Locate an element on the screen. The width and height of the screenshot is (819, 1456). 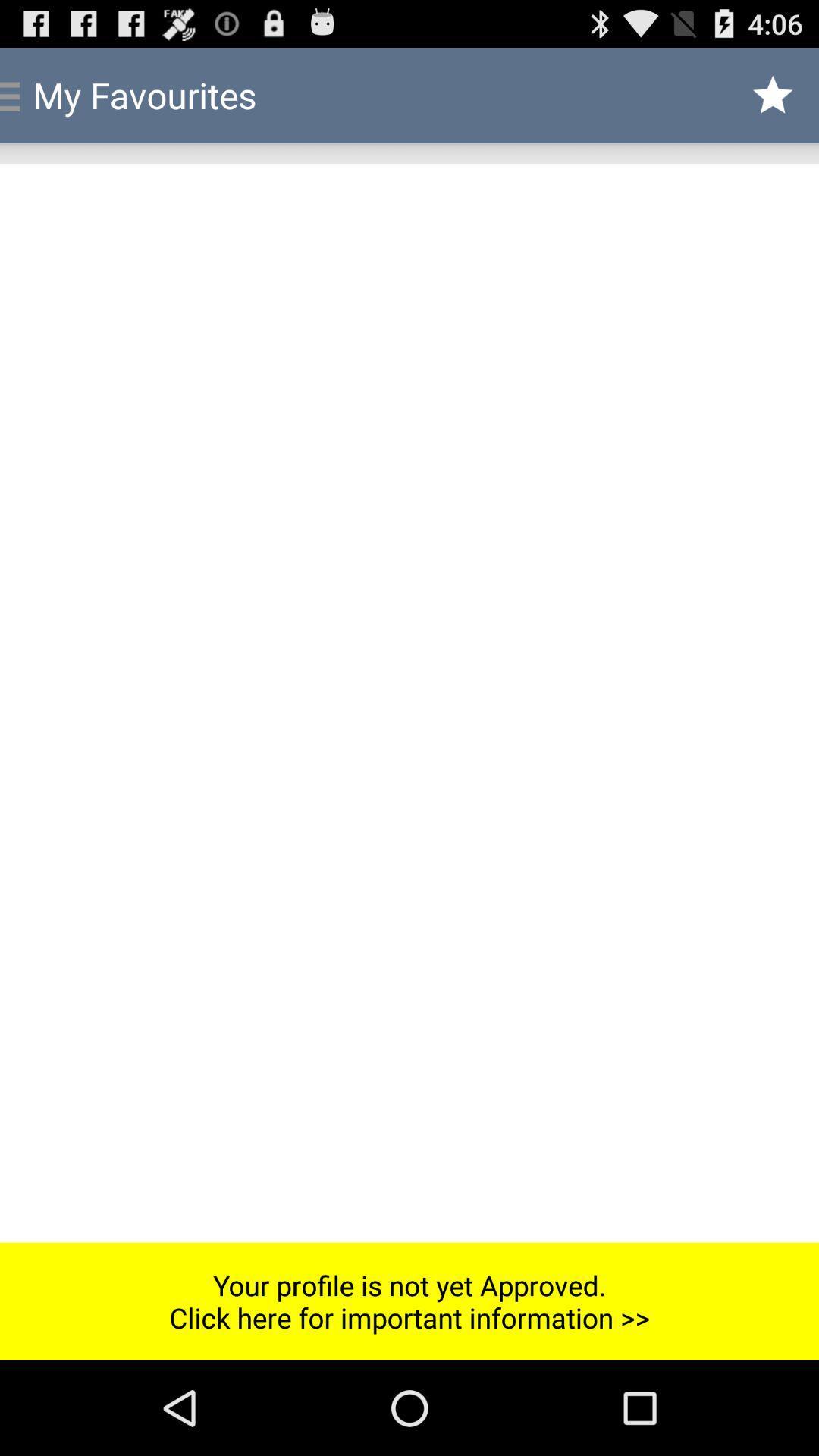
the icon at the top right corner is located at coordinates (773, 94).